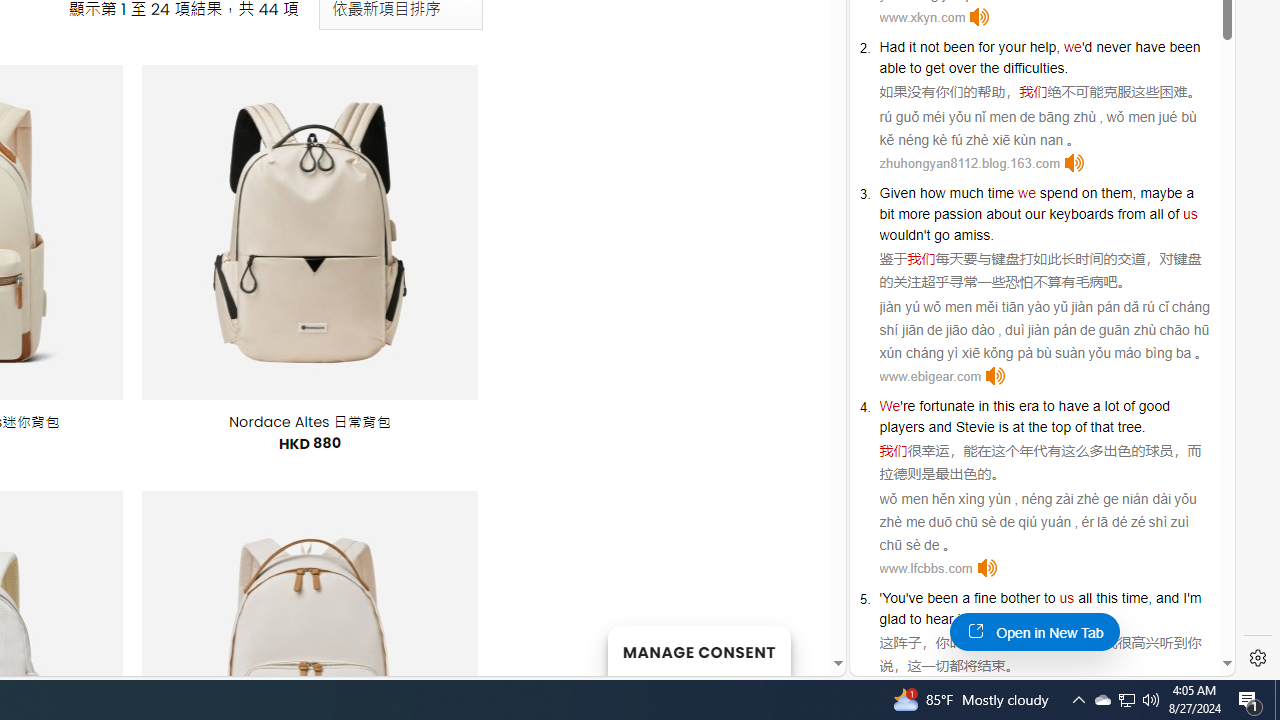 The height and width of the screenshot is (720, 1280). I want to click on 'good', so click(1153, 405).